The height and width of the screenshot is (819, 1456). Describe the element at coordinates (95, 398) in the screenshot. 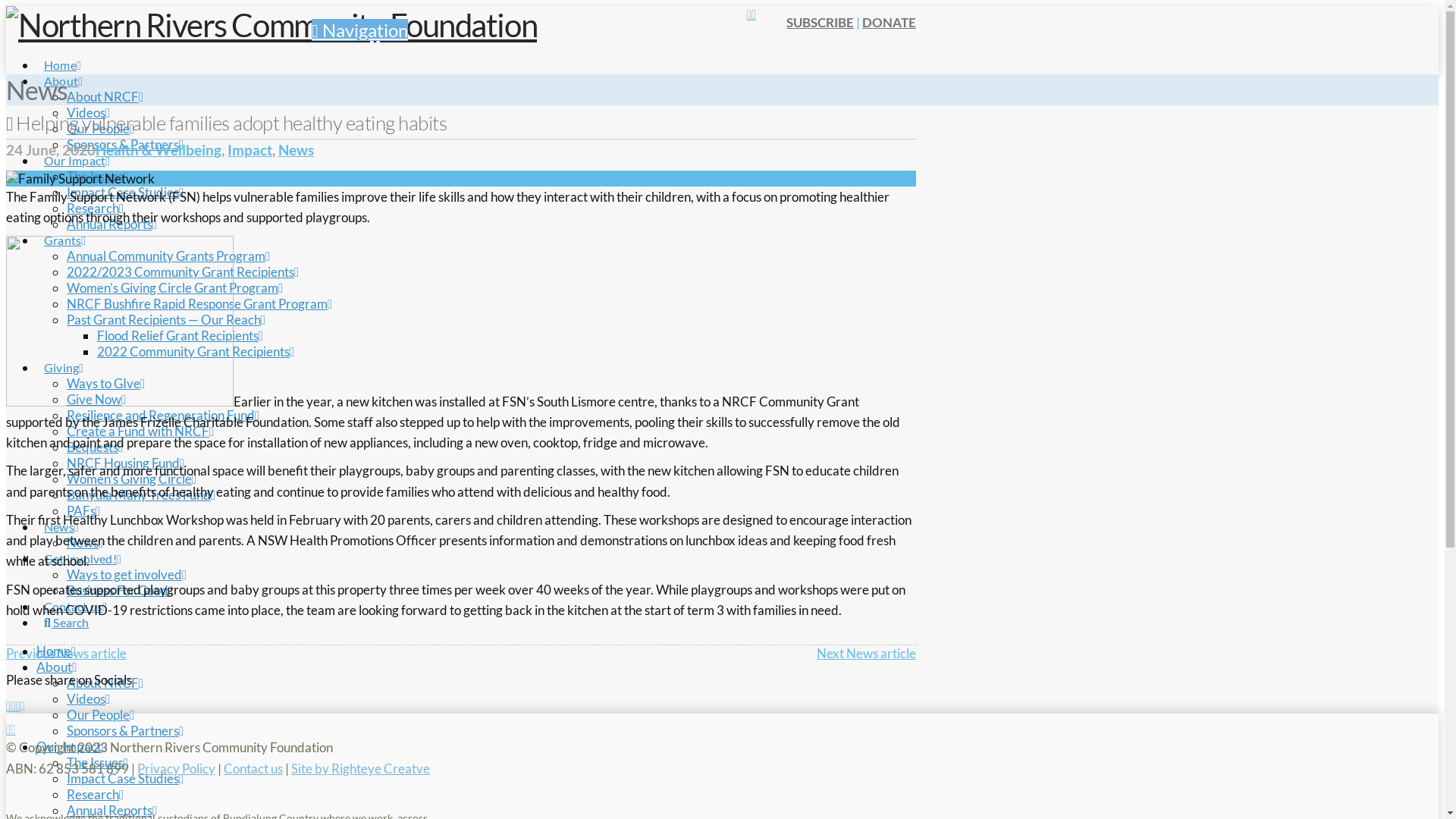

I see `'Give Now'` at that location.